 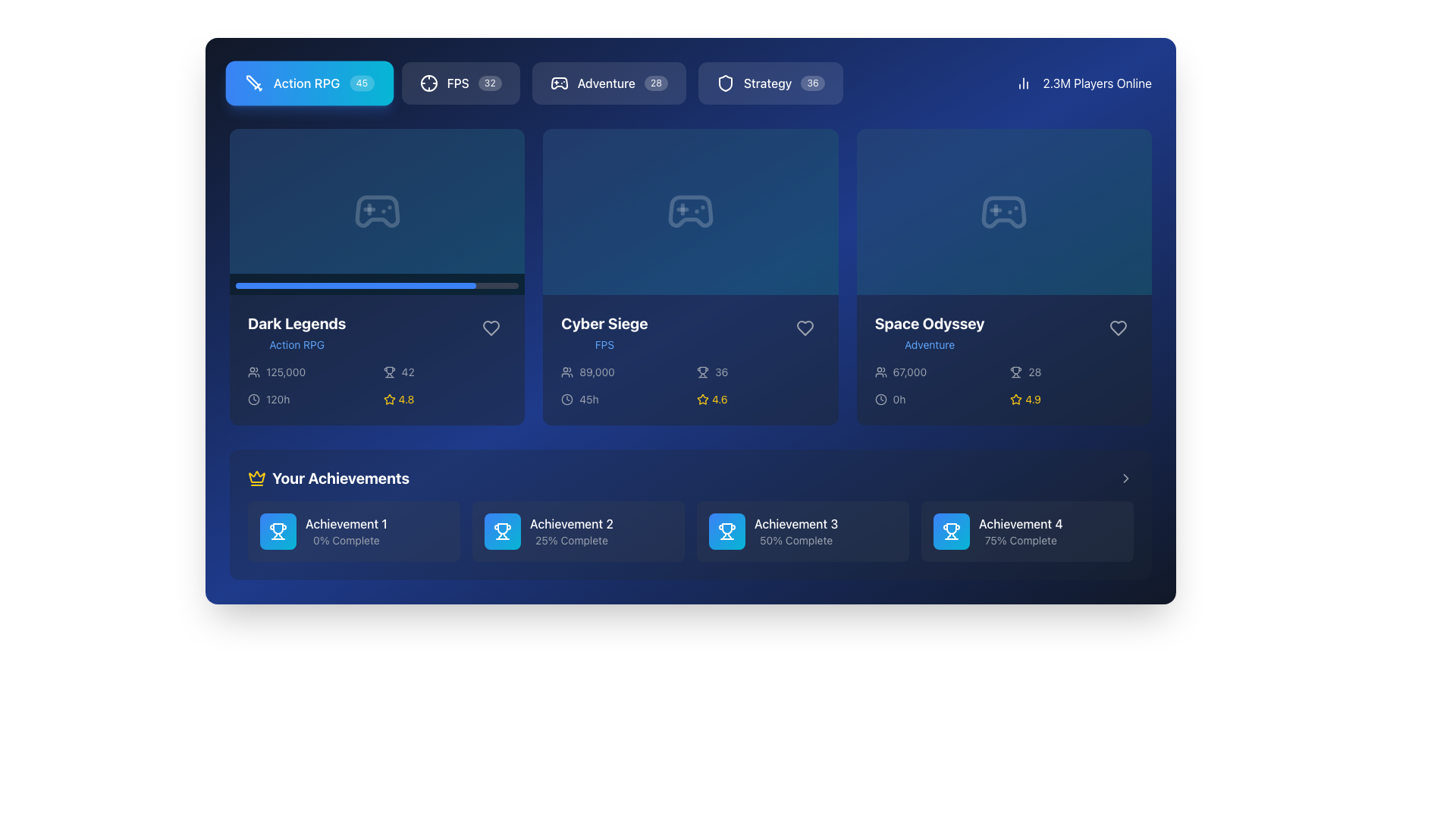 I want to click on number of users or community members displayed in the statistics section of the 'Space Odyssey' card located near the bottom-left area, so click(x=935, y=372).